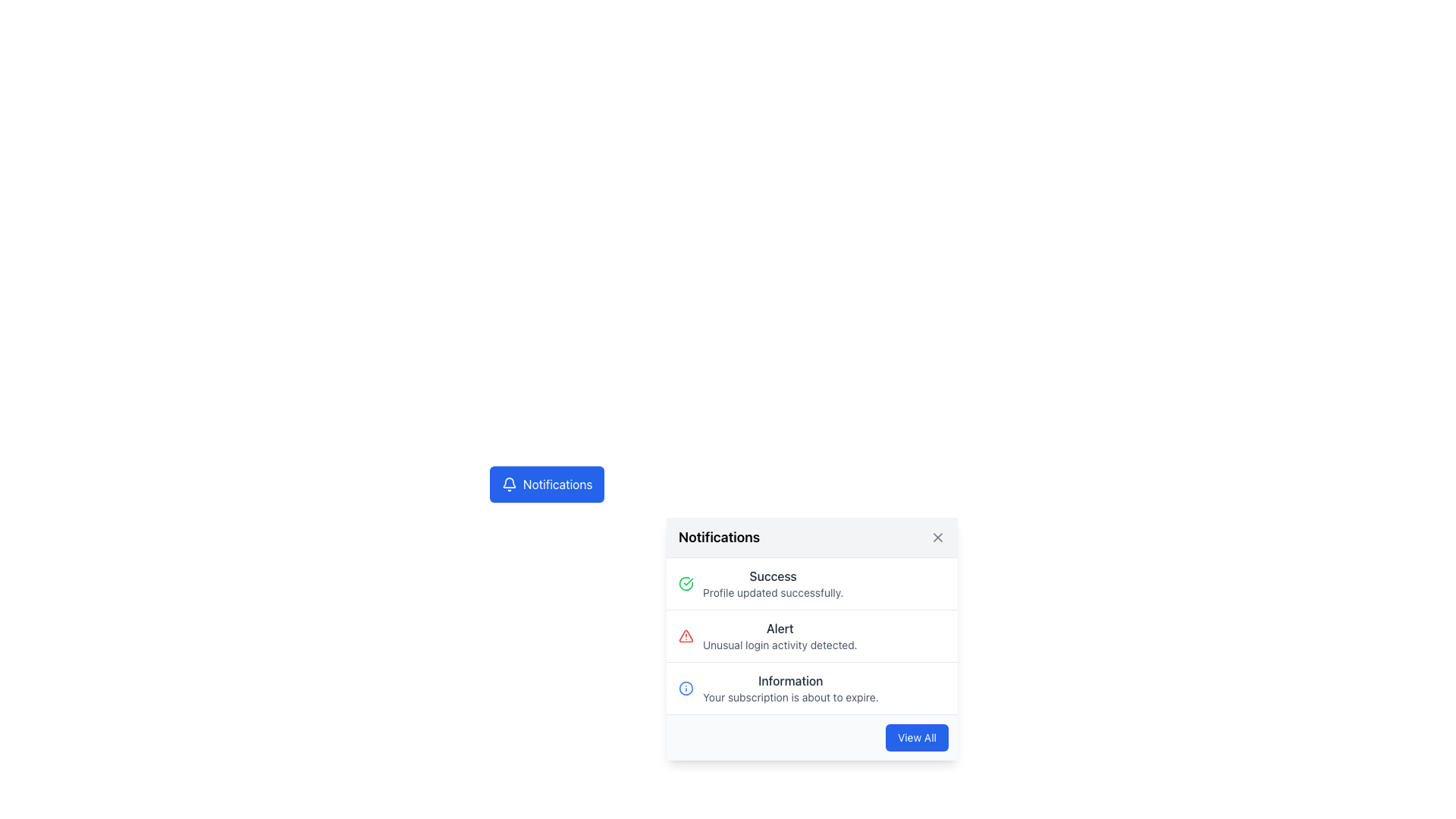 This screenshot has height=819, width=1456. What do you see at coordinates (686, 583) in the screenshot?
I see `the circular icon with a green border and a checkmark inside, which indicates a confirmation or success status, located at the top-left of the Success notification item preceding the text 'Success'` at bounding box center [686, 583].